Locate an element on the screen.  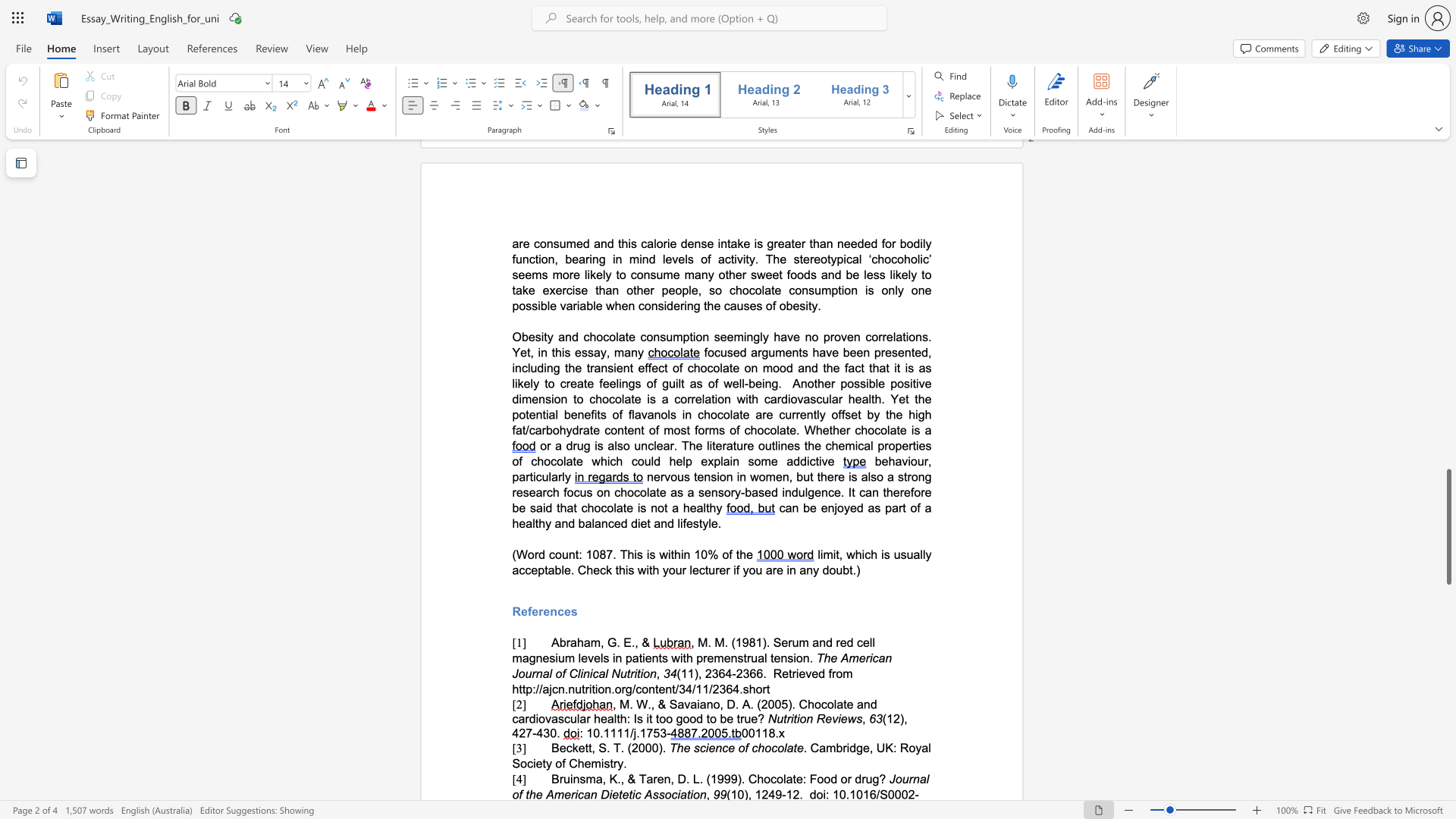
the scrollbar to move the content higher is located at coordinates (1448, 447).